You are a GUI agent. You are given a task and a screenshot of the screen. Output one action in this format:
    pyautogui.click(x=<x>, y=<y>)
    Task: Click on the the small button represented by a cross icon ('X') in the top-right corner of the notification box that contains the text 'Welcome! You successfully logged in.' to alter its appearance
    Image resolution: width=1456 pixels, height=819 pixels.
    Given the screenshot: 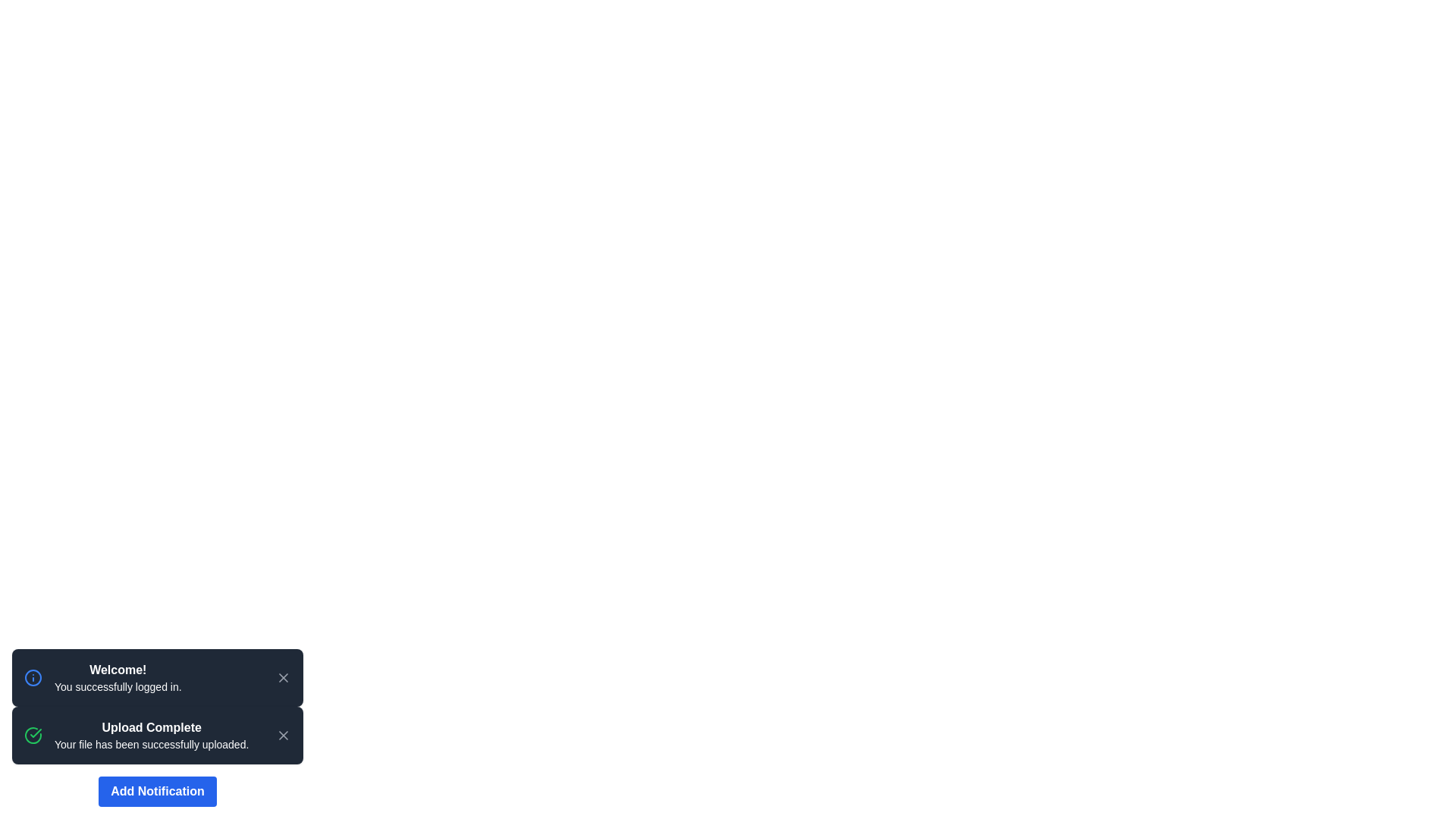 What is the action you would take?
    pyautogui.click(x=284, y=677)
    